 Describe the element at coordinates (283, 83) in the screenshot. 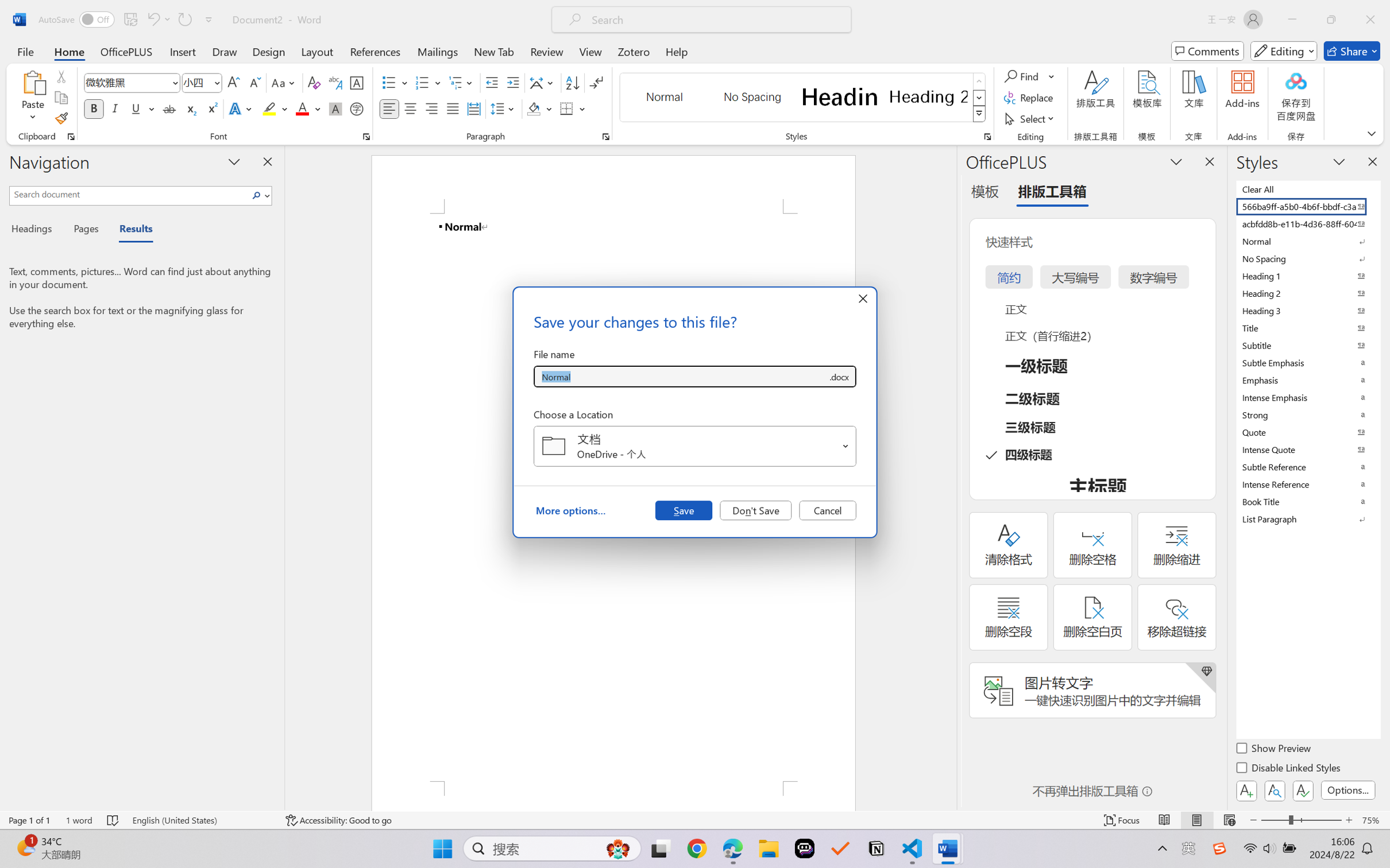

I see `'Change Case'` at that location.